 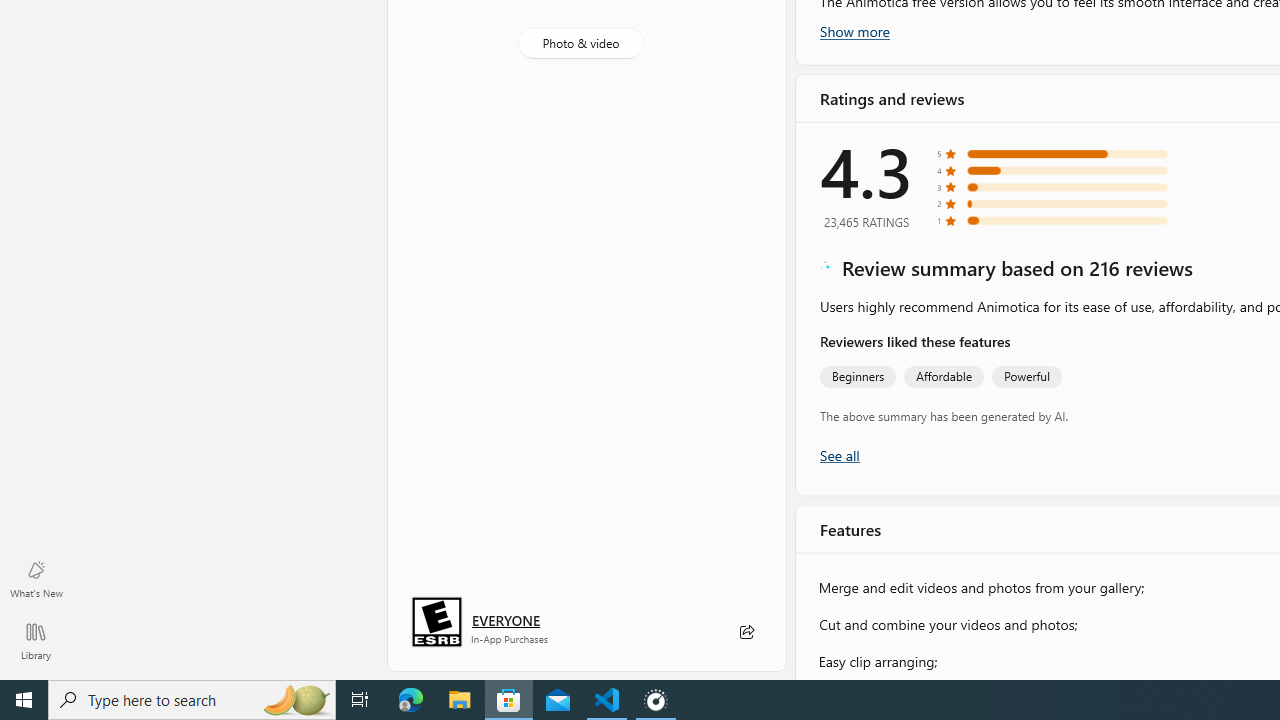 What do you see at coordinates (35, 640) in the screenshot?
I see `'Library'` at bounding box center [35, 640].